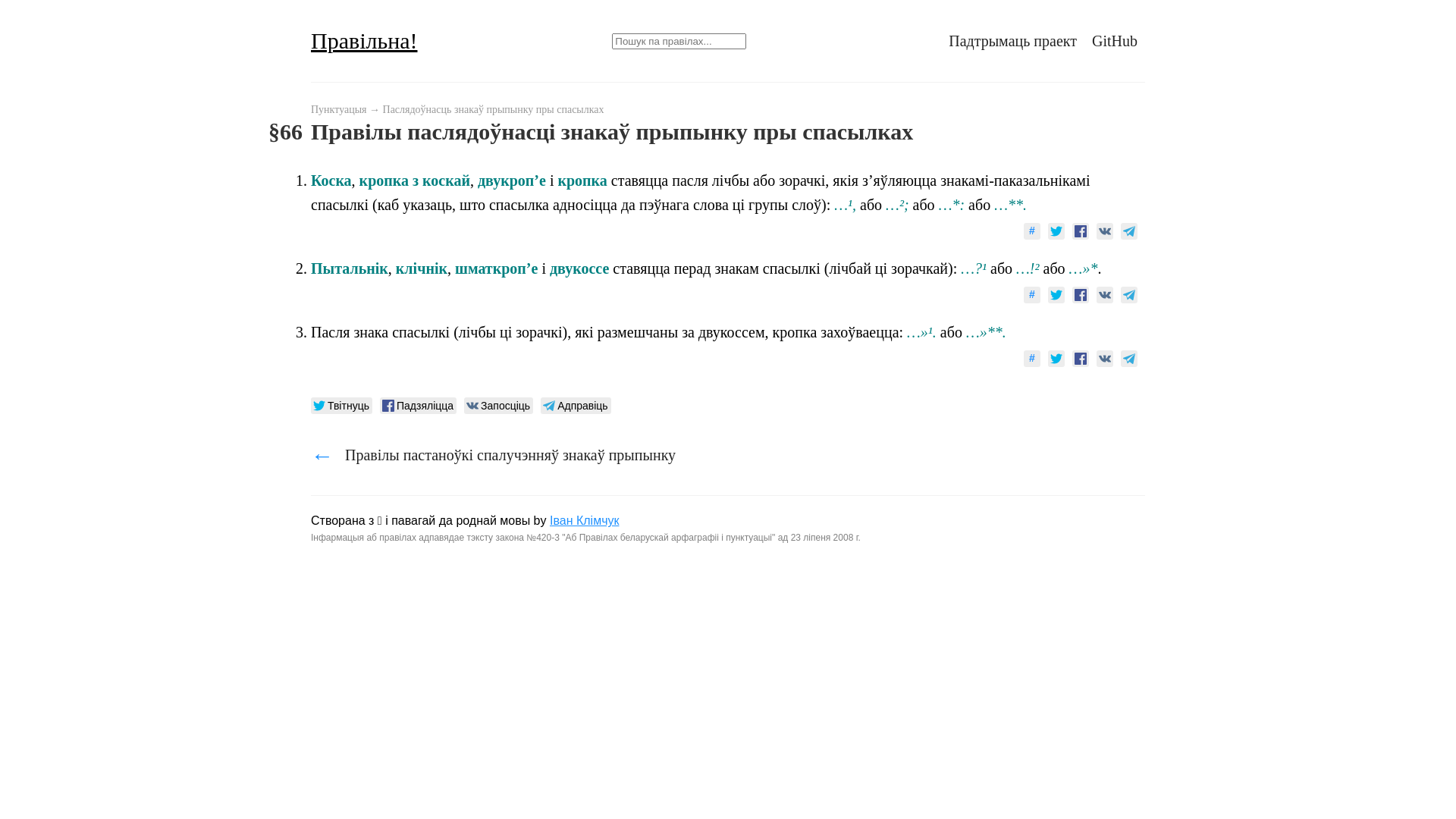 This screenshot has width=1456, height=819. I want to click on '#', so click(1023, 231).